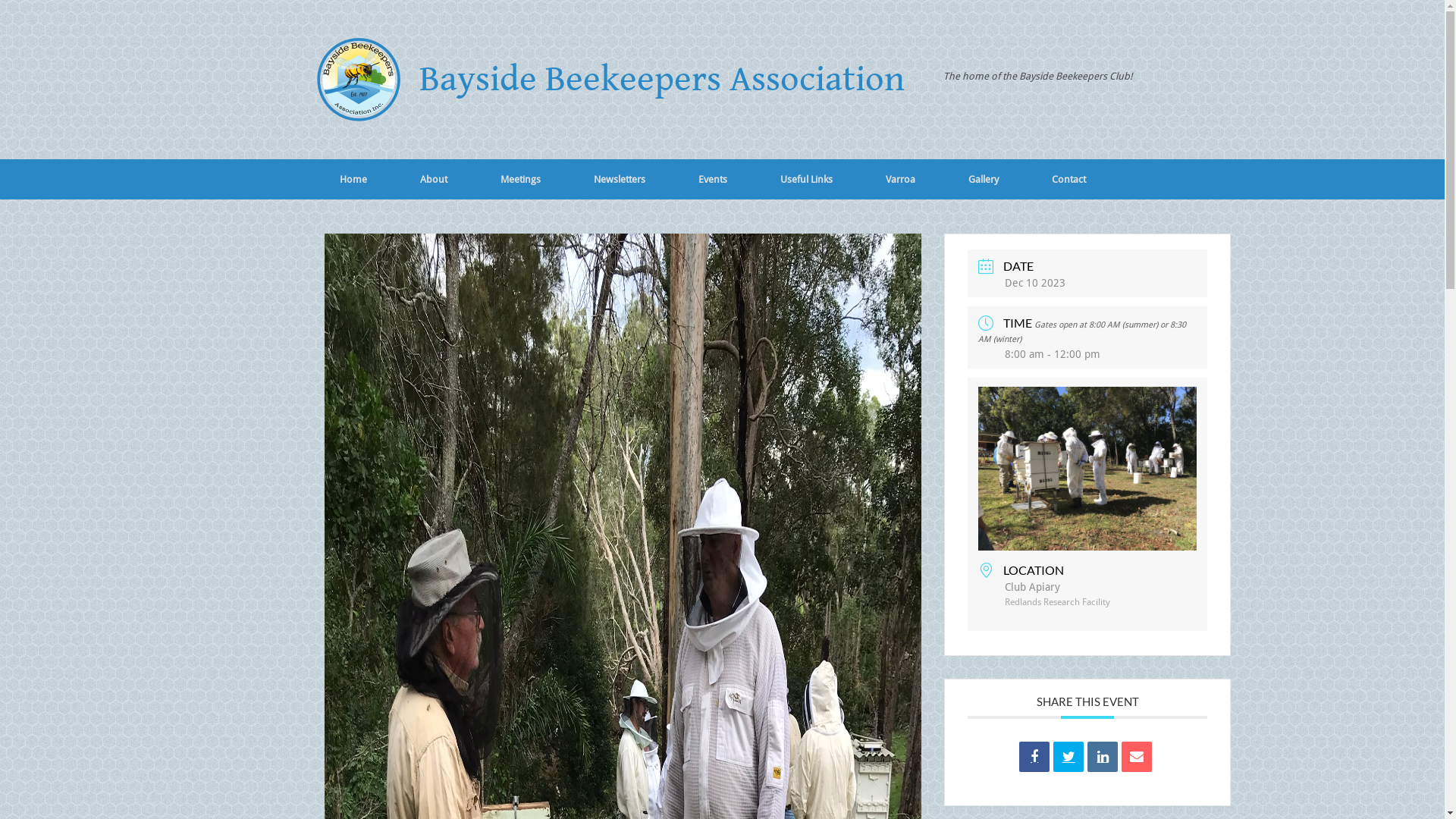  I want to click on 'Meetings', so click(519, 178).